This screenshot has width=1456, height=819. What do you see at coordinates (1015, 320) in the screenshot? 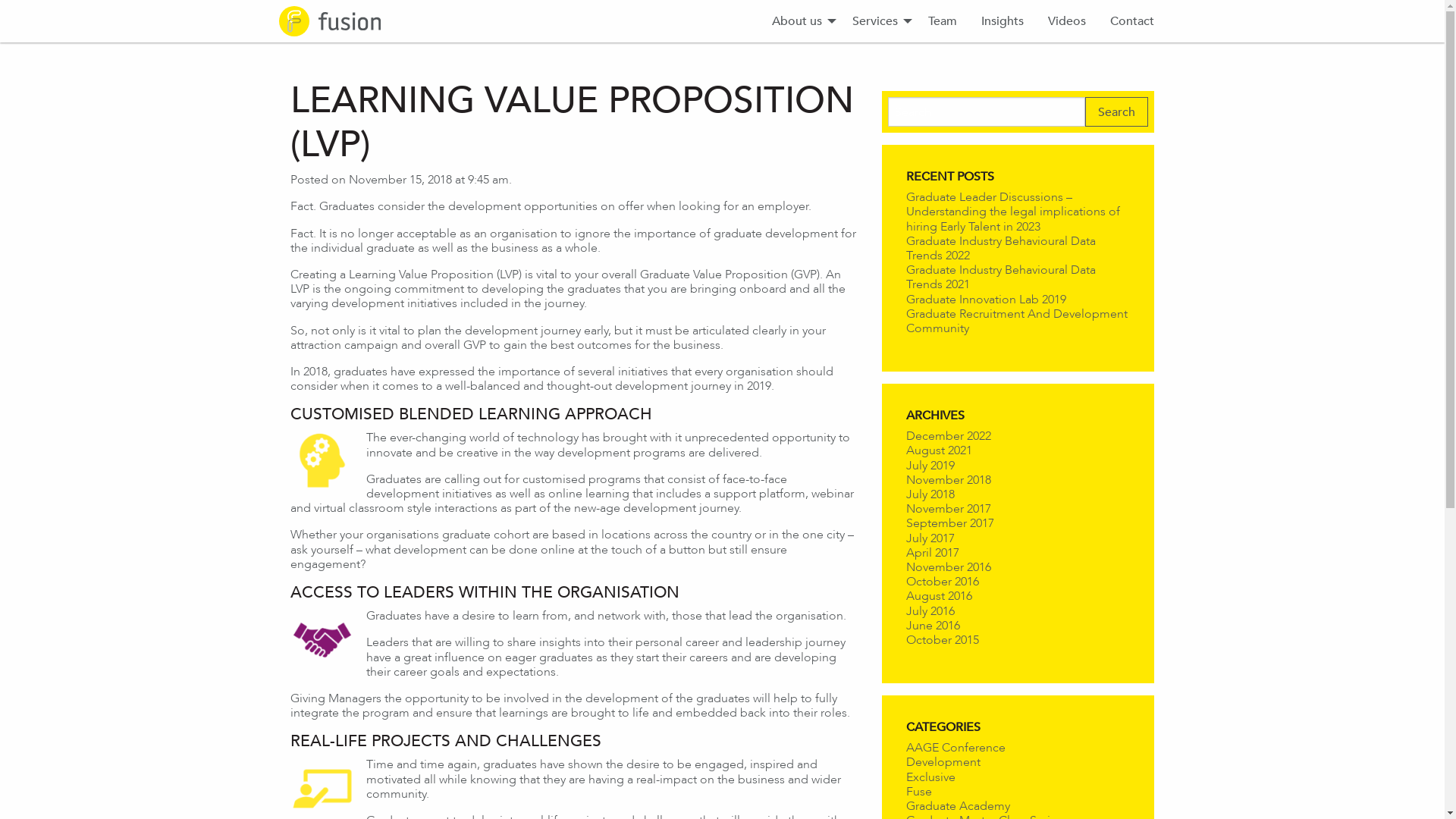
I see `'Graduate Recruitment And Development Community'` at bounding box center [1015, 320].